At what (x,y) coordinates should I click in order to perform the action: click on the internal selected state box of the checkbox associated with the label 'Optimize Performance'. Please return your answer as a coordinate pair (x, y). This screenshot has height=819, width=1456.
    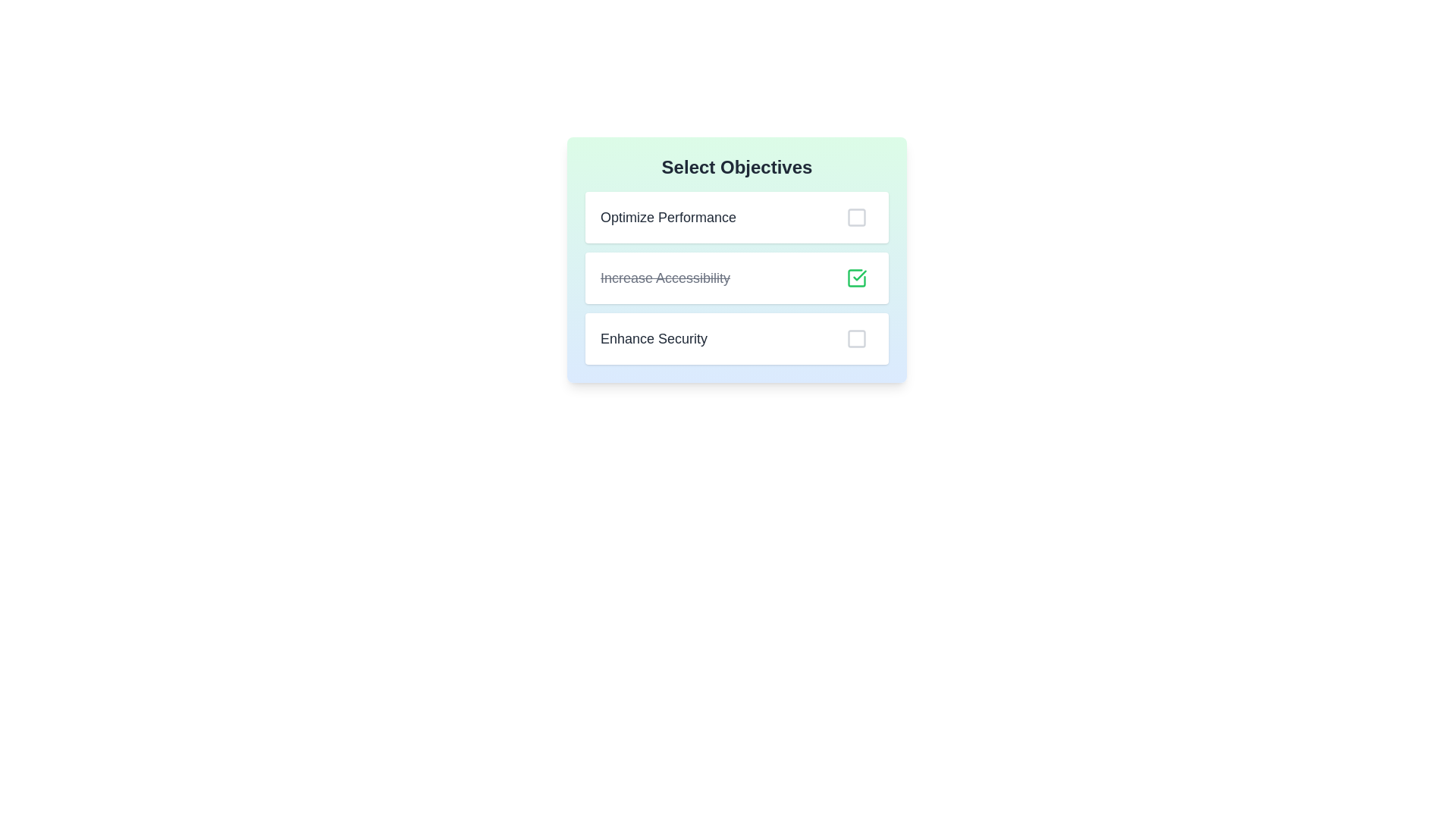
    Looking at the image, I should click on (856, 217).